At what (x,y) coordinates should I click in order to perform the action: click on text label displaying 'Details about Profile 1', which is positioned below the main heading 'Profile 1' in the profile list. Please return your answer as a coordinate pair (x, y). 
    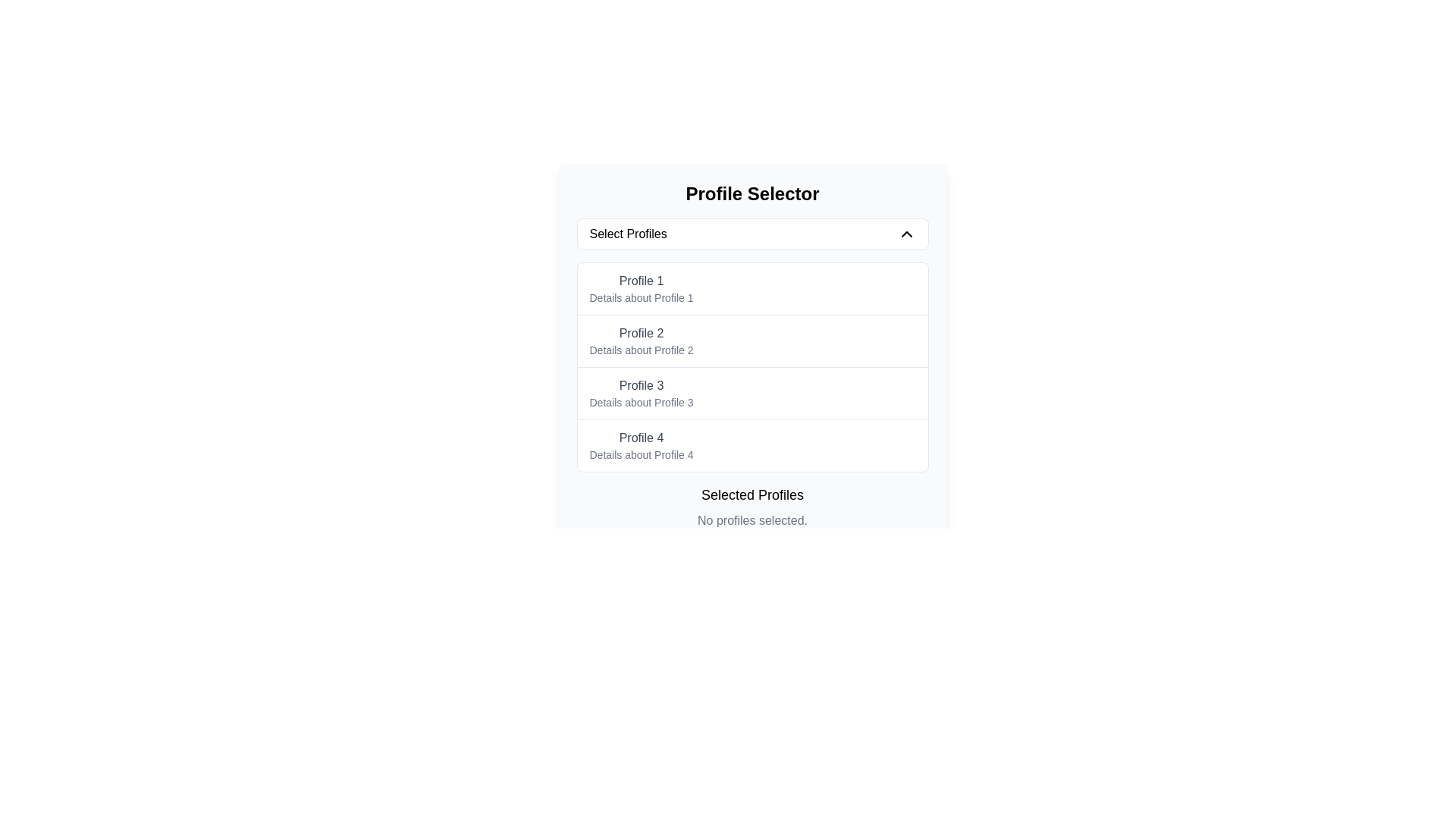
    Looking at the image, I should click on (641, 298).